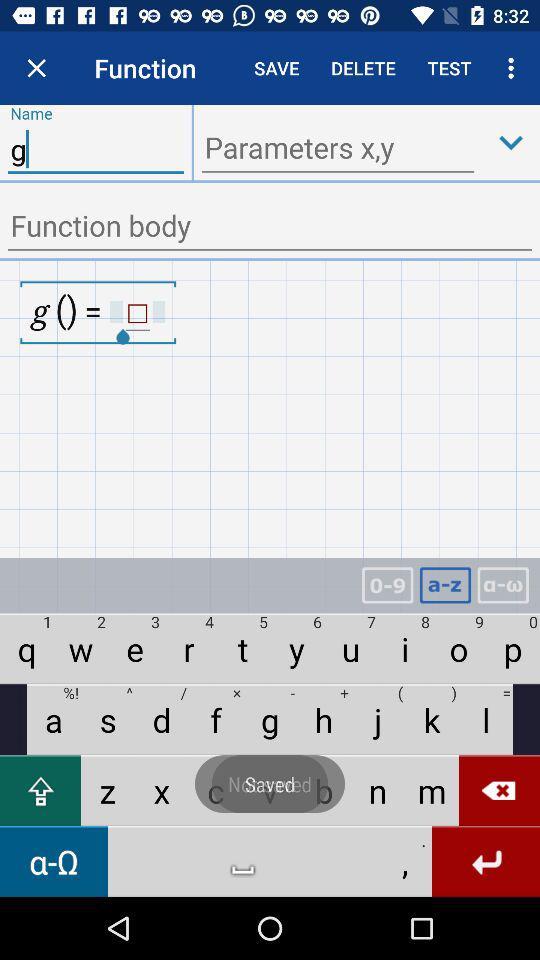  What do you see at coordinates (449, 68) in the screenshot?
I see `test` at bounding box center [449, 68].